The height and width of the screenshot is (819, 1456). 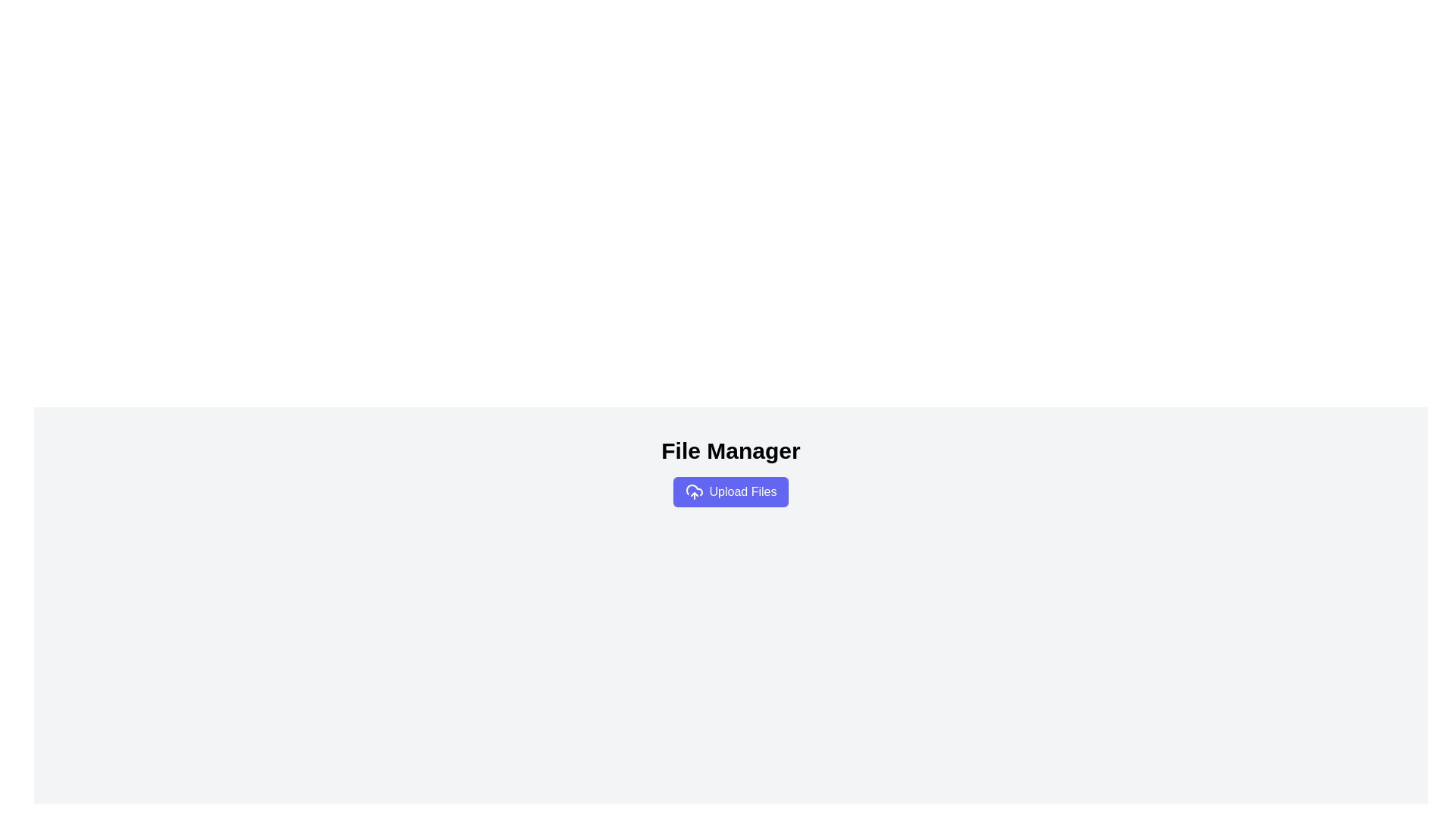 What do you see at coordinates (731, 450) in the screenshot?
I see `the 'File Manager' heading, which serves as a title indicating the purpose of the section and is centrally located above the 'Upload Files' button` at bounding box center [731, 450].